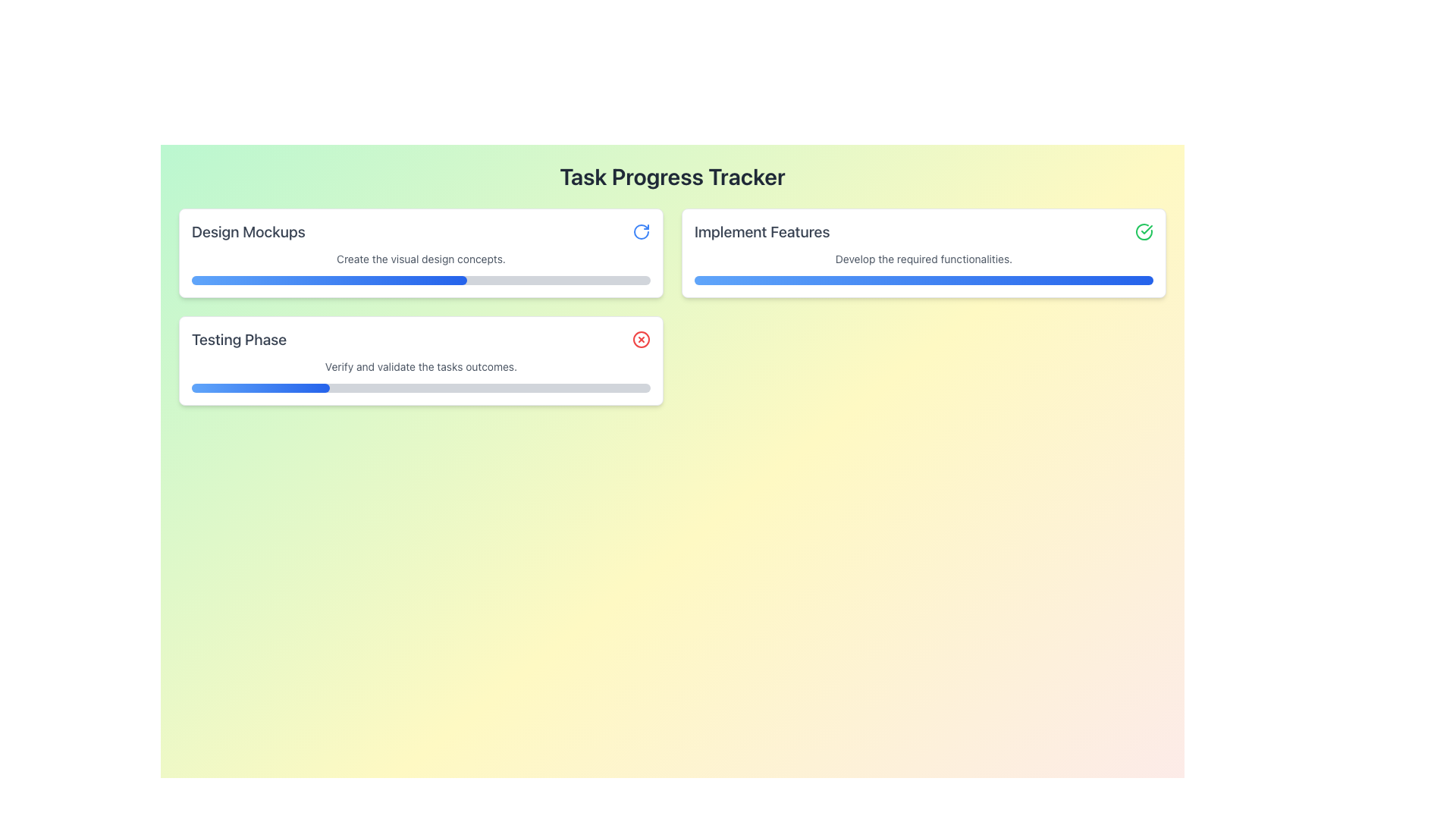 This screenshot has height=819, width=1456. I want to click on the progress status of the horizontal progress bar located beneath the text 'Verify and validate the tasks outcomes.' in the 'Testing Phase' card, so click(421, 388).